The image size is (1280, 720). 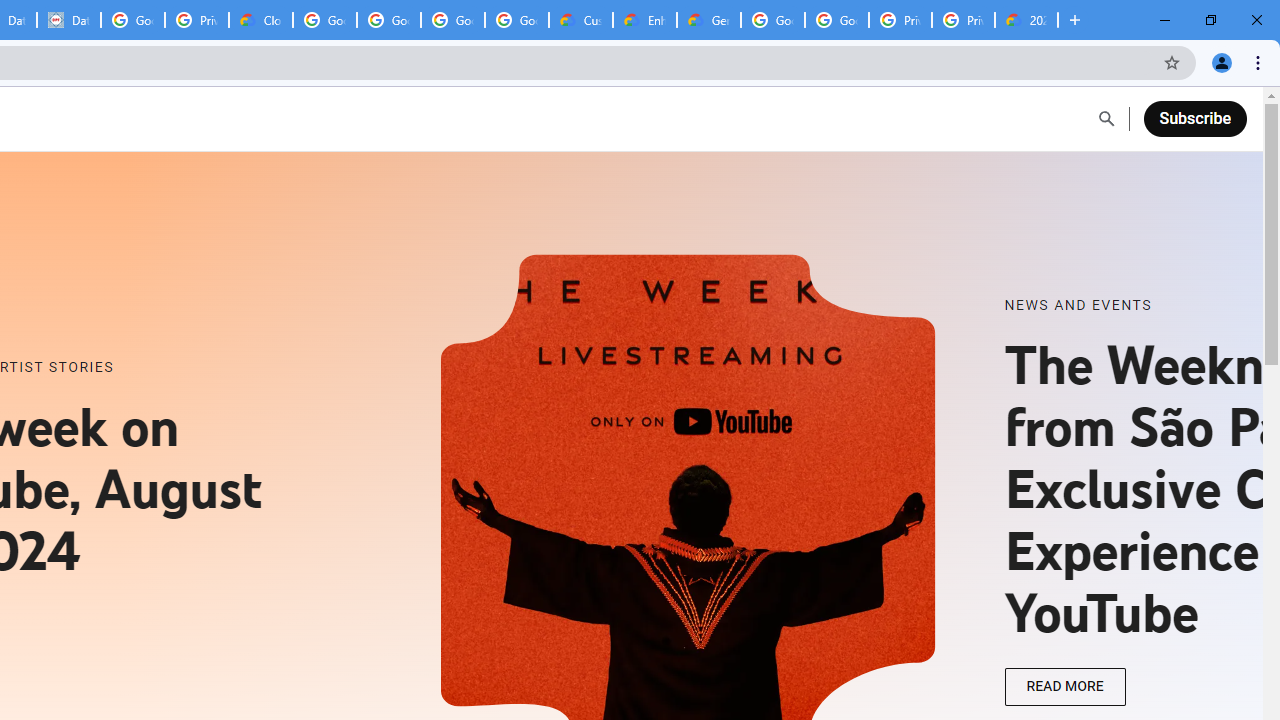 I want to click on 'Open Search', so click(x=1105, y=119).